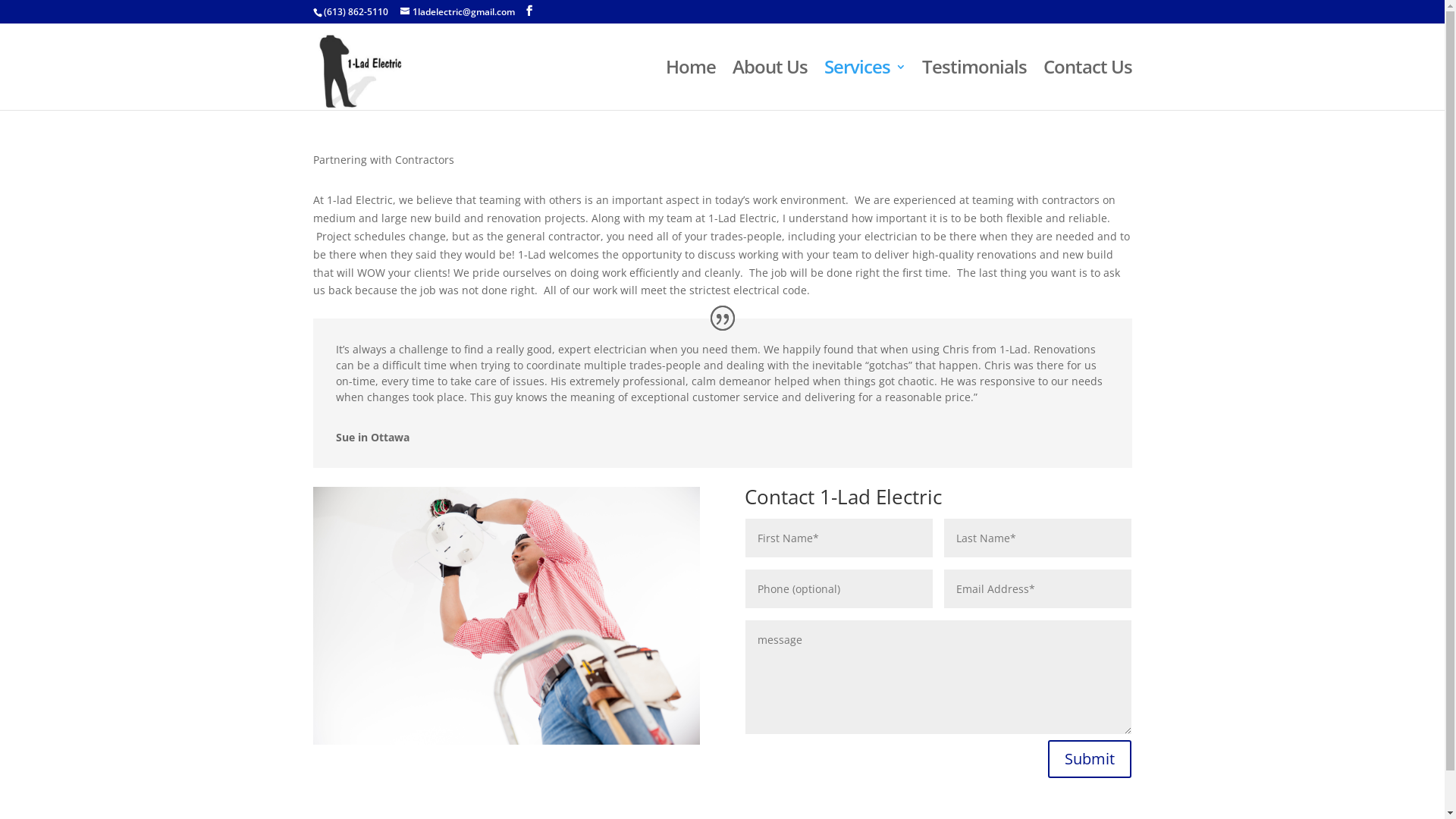 The image size is (1456, 819). Describe the element at coordinates (690, 85) in the screenshot. I see `'Home'` at that location.